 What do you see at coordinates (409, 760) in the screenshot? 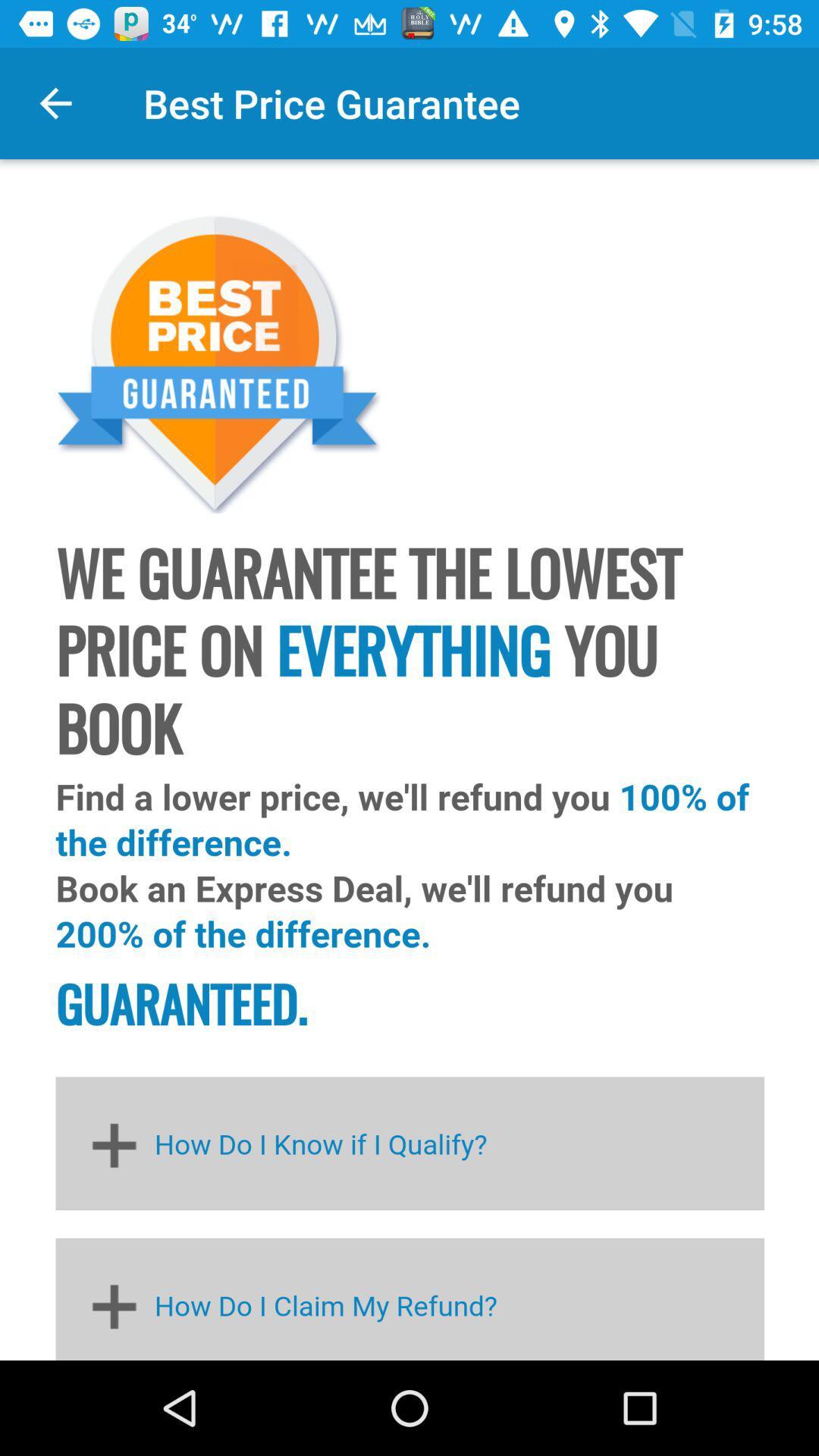
I see `description` at bounding box center [409, 760].